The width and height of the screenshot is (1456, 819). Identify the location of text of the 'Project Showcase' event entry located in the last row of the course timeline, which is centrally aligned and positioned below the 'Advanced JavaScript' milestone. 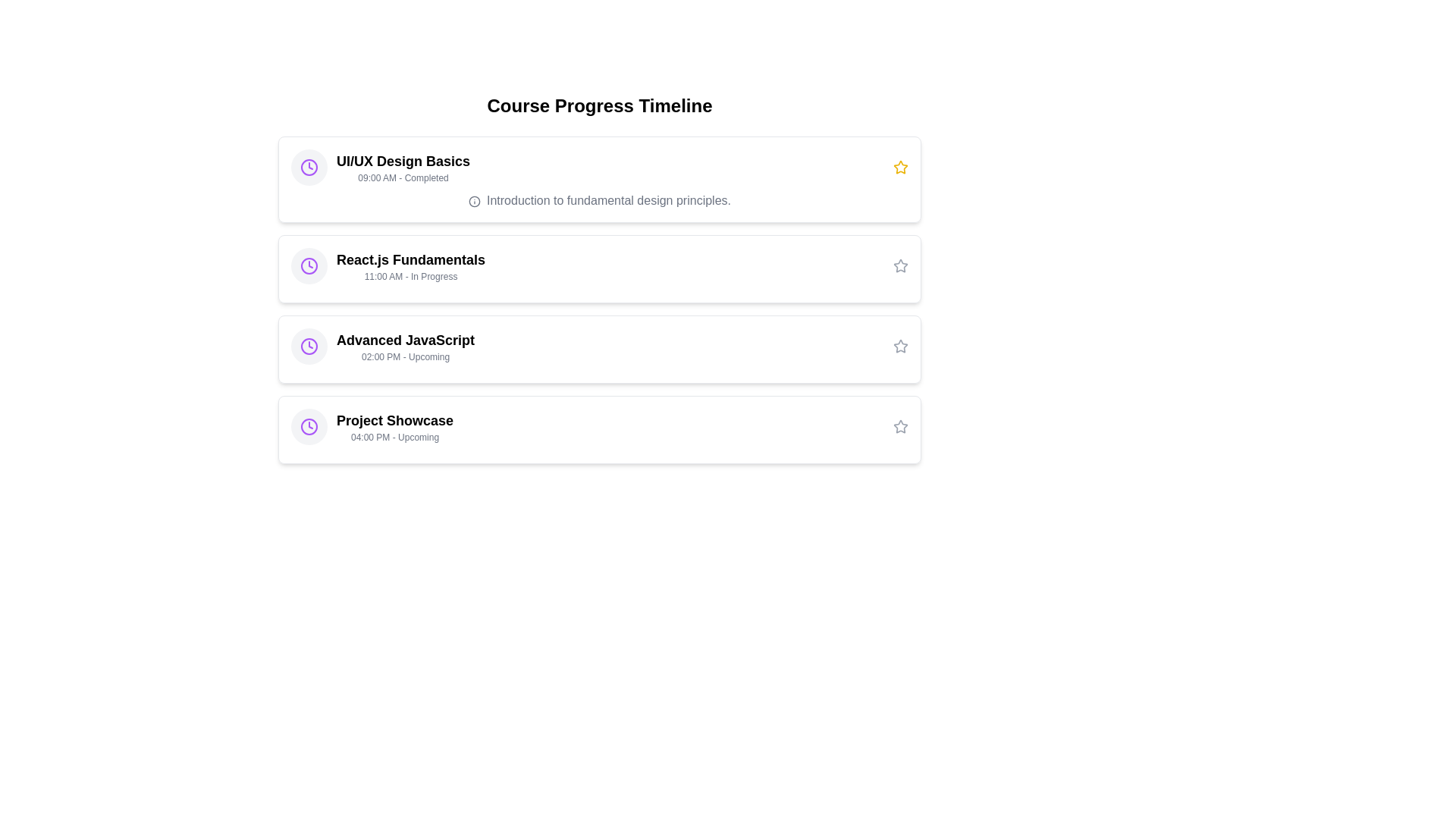
(372, 427).